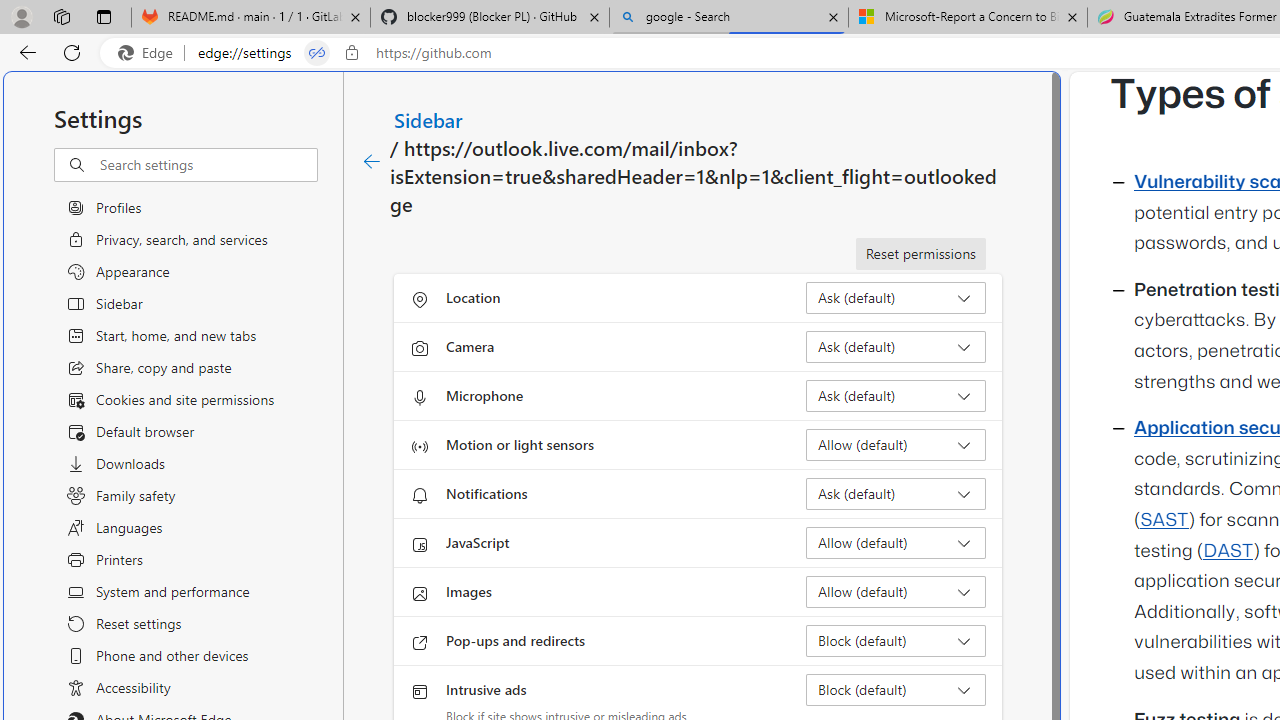 The height and width of the screenshot is (720, 1280). I want to click on 'Pop-ups and redirects Block (default)', so click(895, 640).